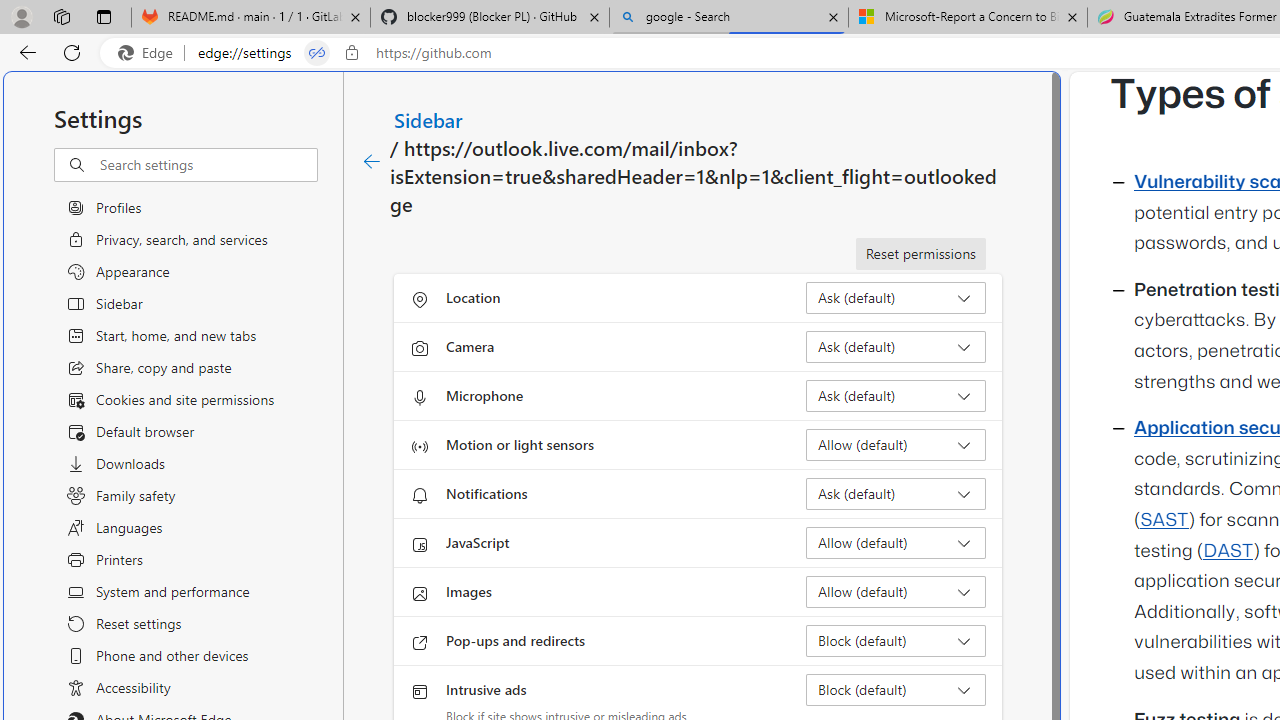 The height and width of the screenshot is (720, 1280). I want to click on 'Pop-ups and redirects Block (default)', so click(895, 640).